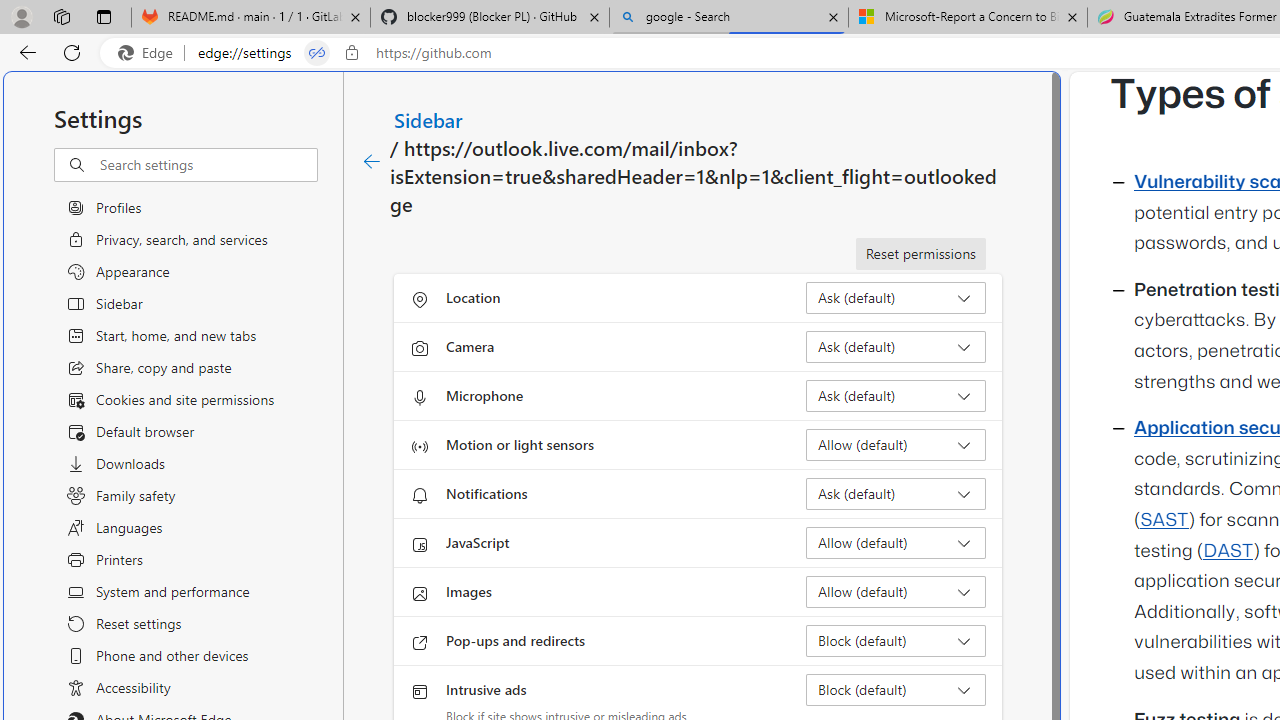 The height and width of the screenshot is (720, 1280). I want to click on 'Pop-ups and redirects Block (default)', so click(895, 640).